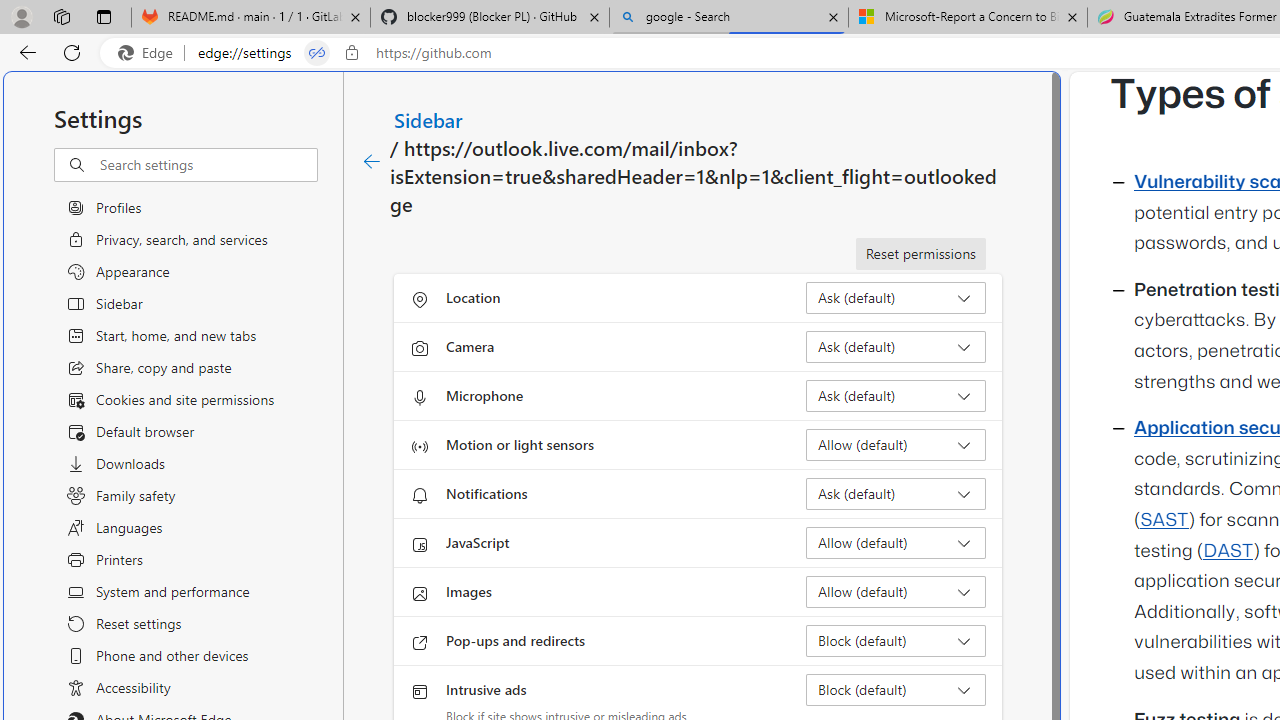 The height and width of the screenshot is (720, 1280). I want to click on 'Pop-ups and redirects Block (default)', so click(895, 640).